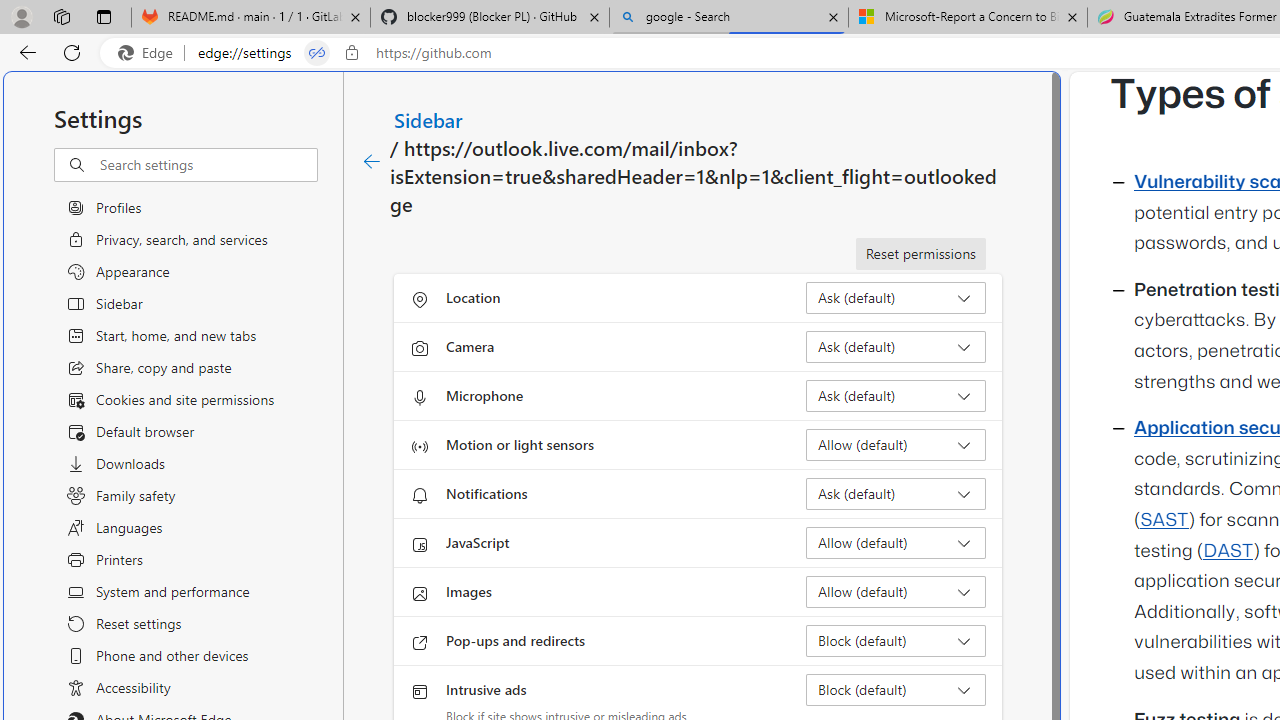 The height and width of the screenshot is (720, 1280). I want to click on 'Pop-ups and redirects Block (default)', so click(895, 640).